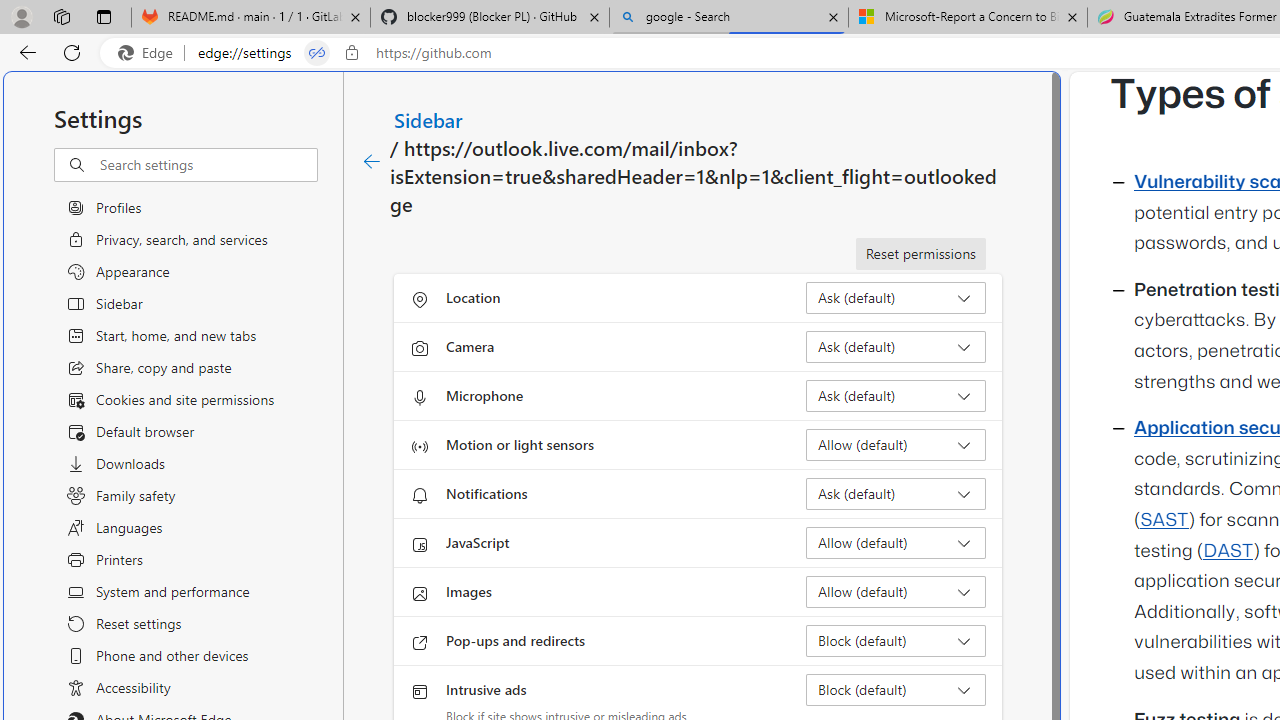 The height and width of the screenshot is (720, 1280). I want to click on 'Pop-ups and redirects Block (default)', so click(895, 640).